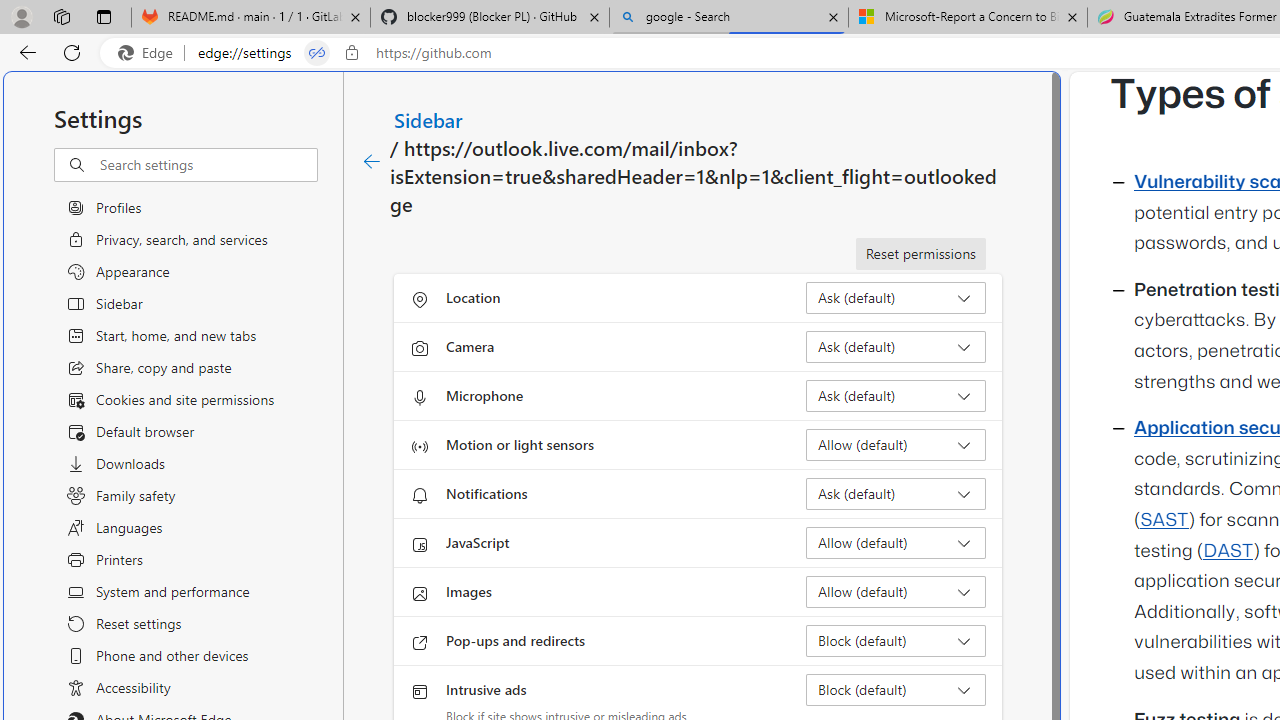 The height and width of the screenshot is (720, 1280). I want to click on 'Pop-ups and redirects Block (default)', so click(895, 640).